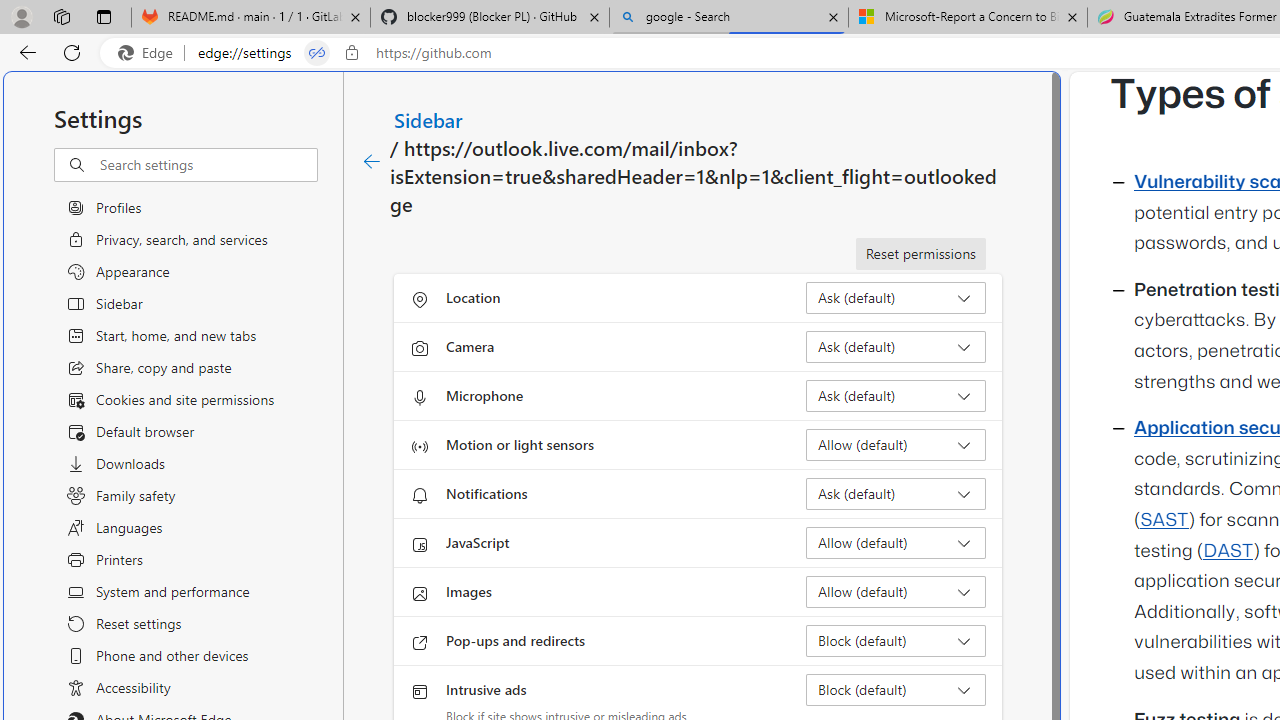 The height and width of the screenshot is (720, 1280). I want to click on 'Pop-ups and redirects Block (default)', so click(895, 640).